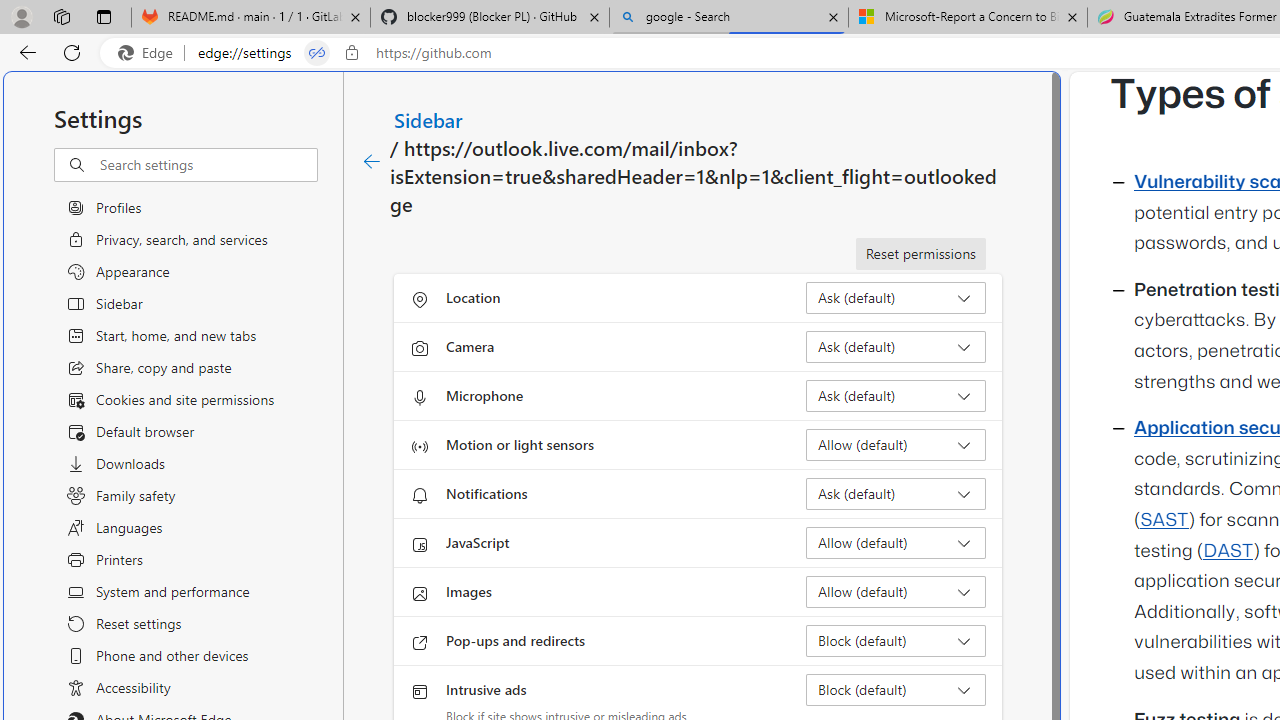 The height and width of the screenshot is (720, 1280). I want to click on 'Pop-ups and redirects Block (default)', so click(895, 640).